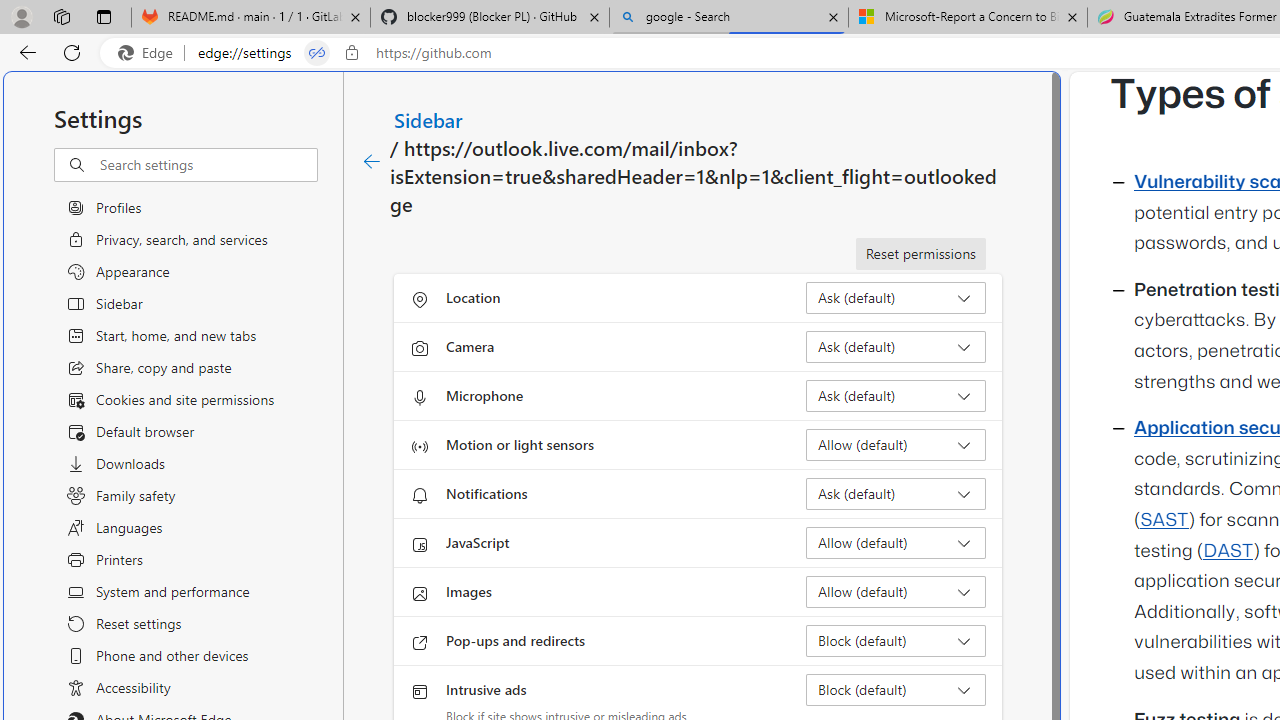 The height and width of the screenshot is (720, 1280). I want to click on 'Pop-ups and redirects Block (default)', so click(895, 640).